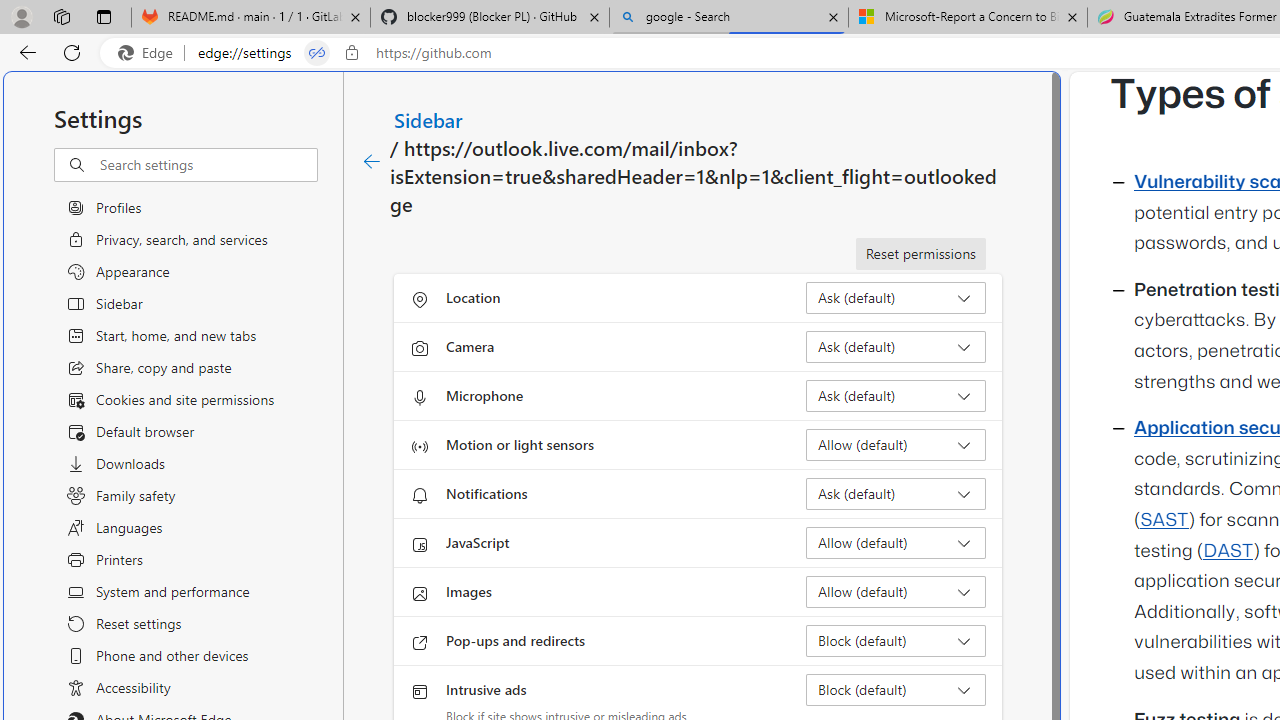 The height and width of the screenshot is (720, 1280). I want to click on 'Pop-ups and redirects Block (default)', so click(895, 640).